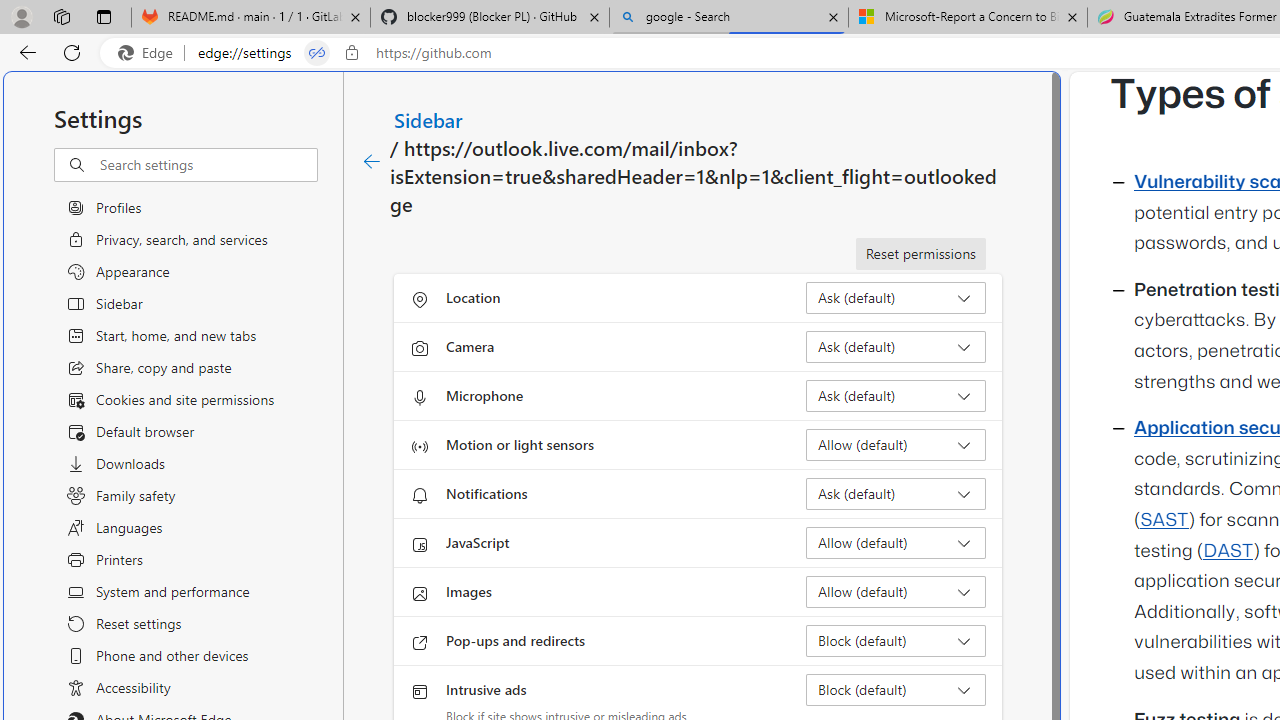 The height and width of the screenshot is (720, 1280). I want to click on 'Pop-ups and redirects Block (default)', so click(895, 640).